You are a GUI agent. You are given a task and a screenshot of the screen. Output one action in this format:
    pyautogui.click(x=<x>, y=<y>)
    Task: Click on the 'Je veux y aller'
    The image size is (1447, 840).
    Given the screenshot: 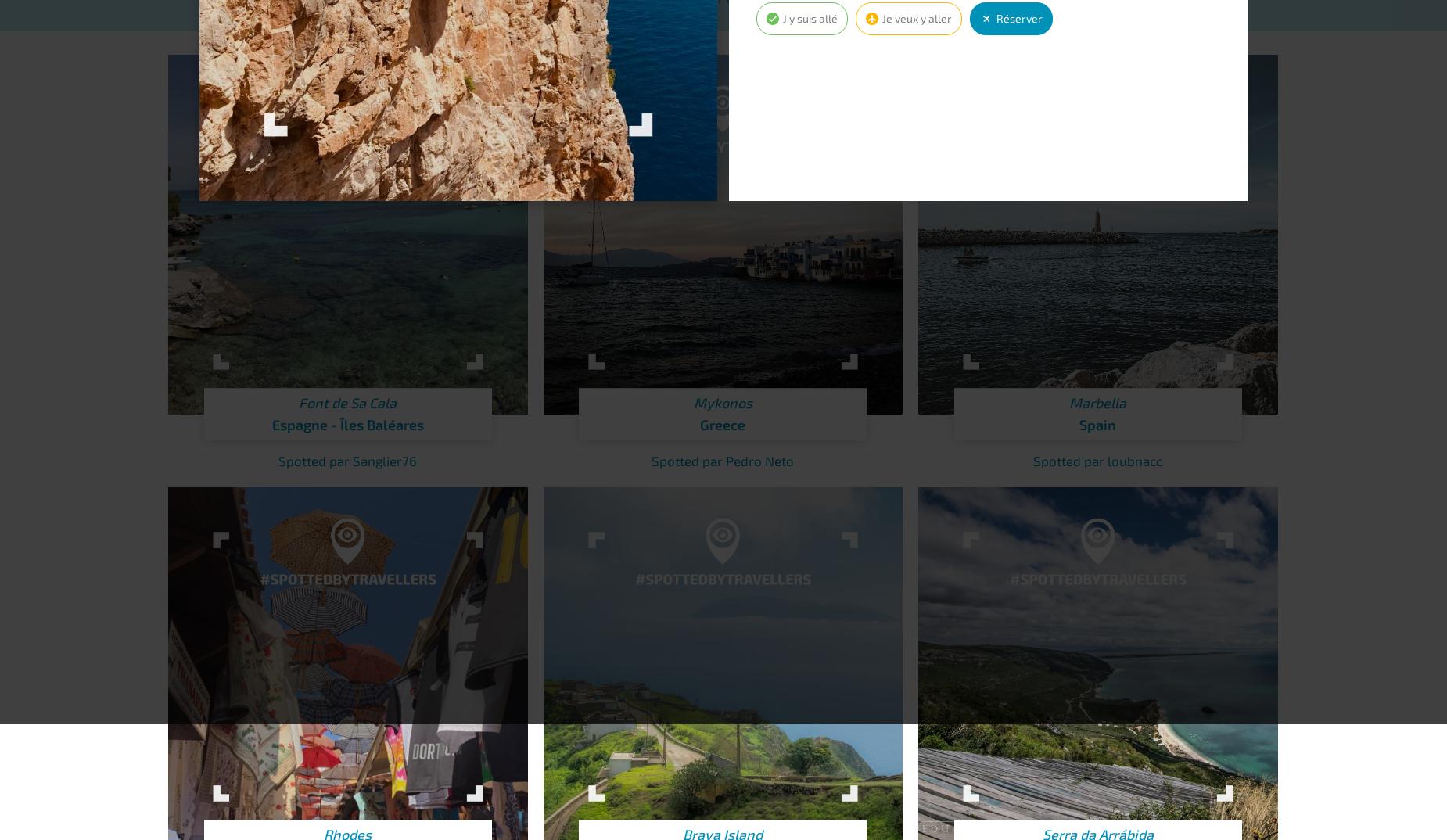 What is the action you would take?
    pyautogui.click(x=881, y=17)
    